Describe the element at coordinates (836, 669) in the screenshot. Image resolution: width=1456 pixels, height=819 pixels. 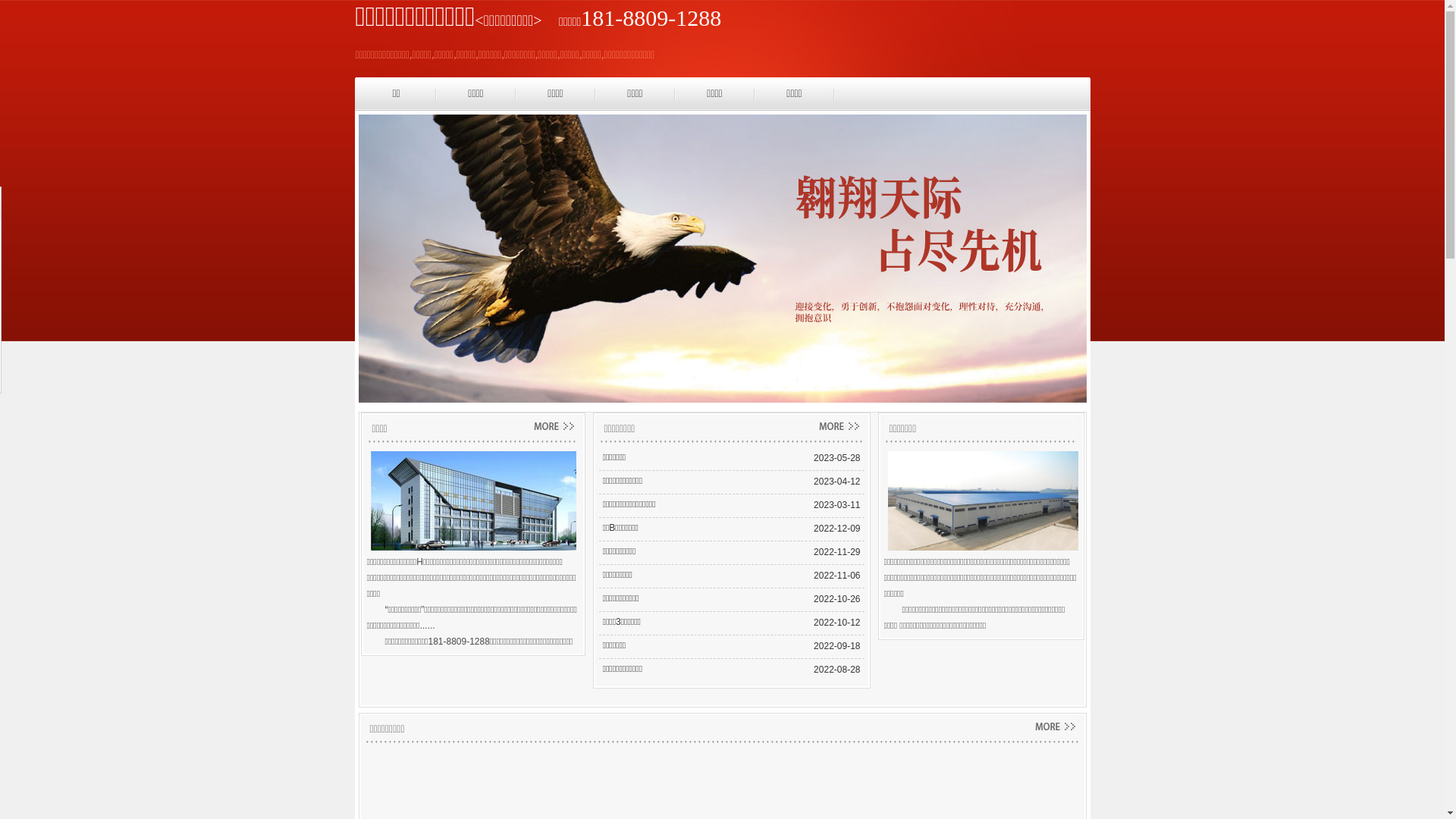
I see `'2022-08-28'` at that location.